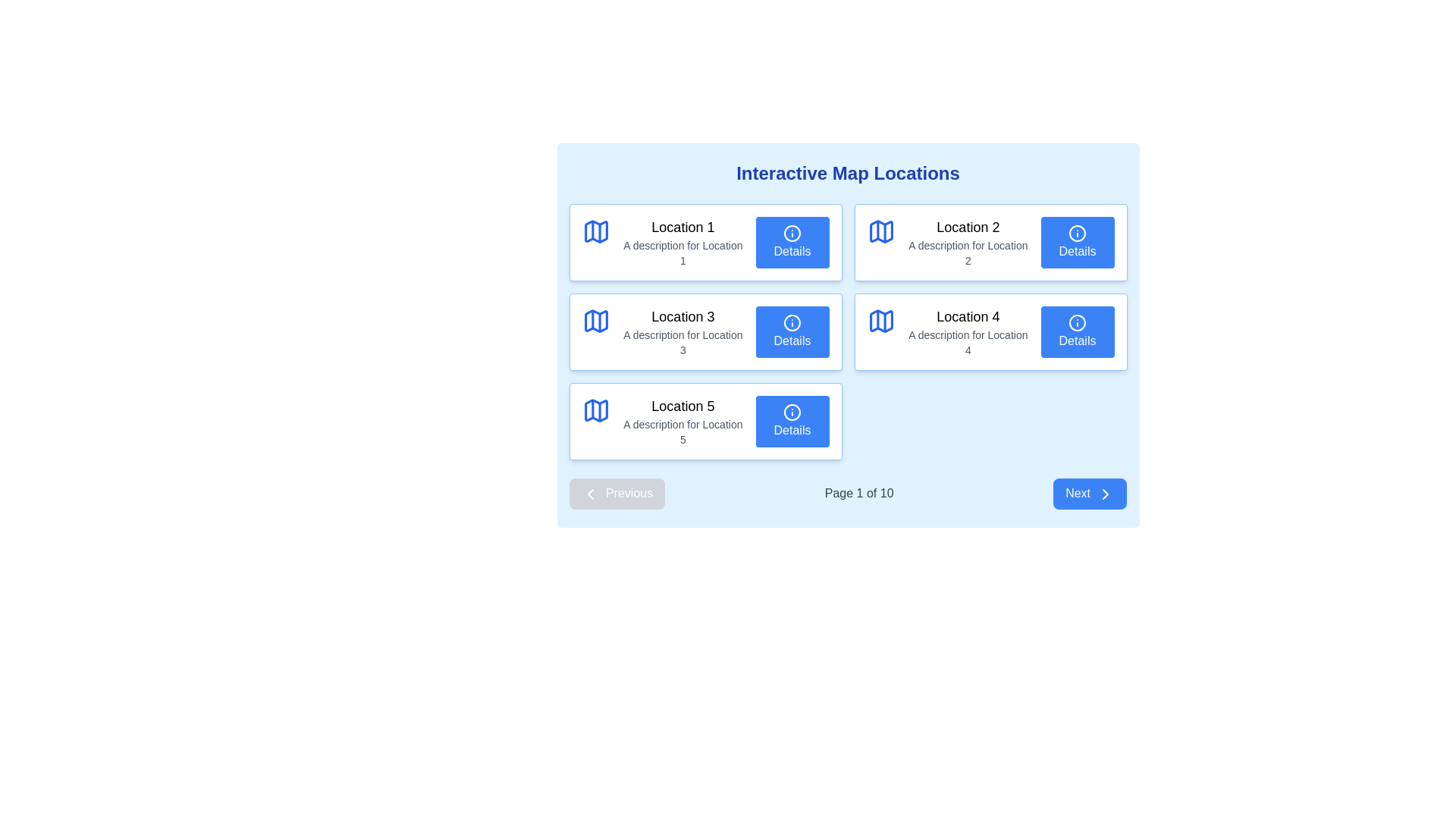  Describe the element at coordinates (792, 234) in the screenshot. I see `the design of the SVG Circle that serves as the enclosing circle for the informational icon positioned to the right of the 'Details' button for 'Location 1'` at that location.